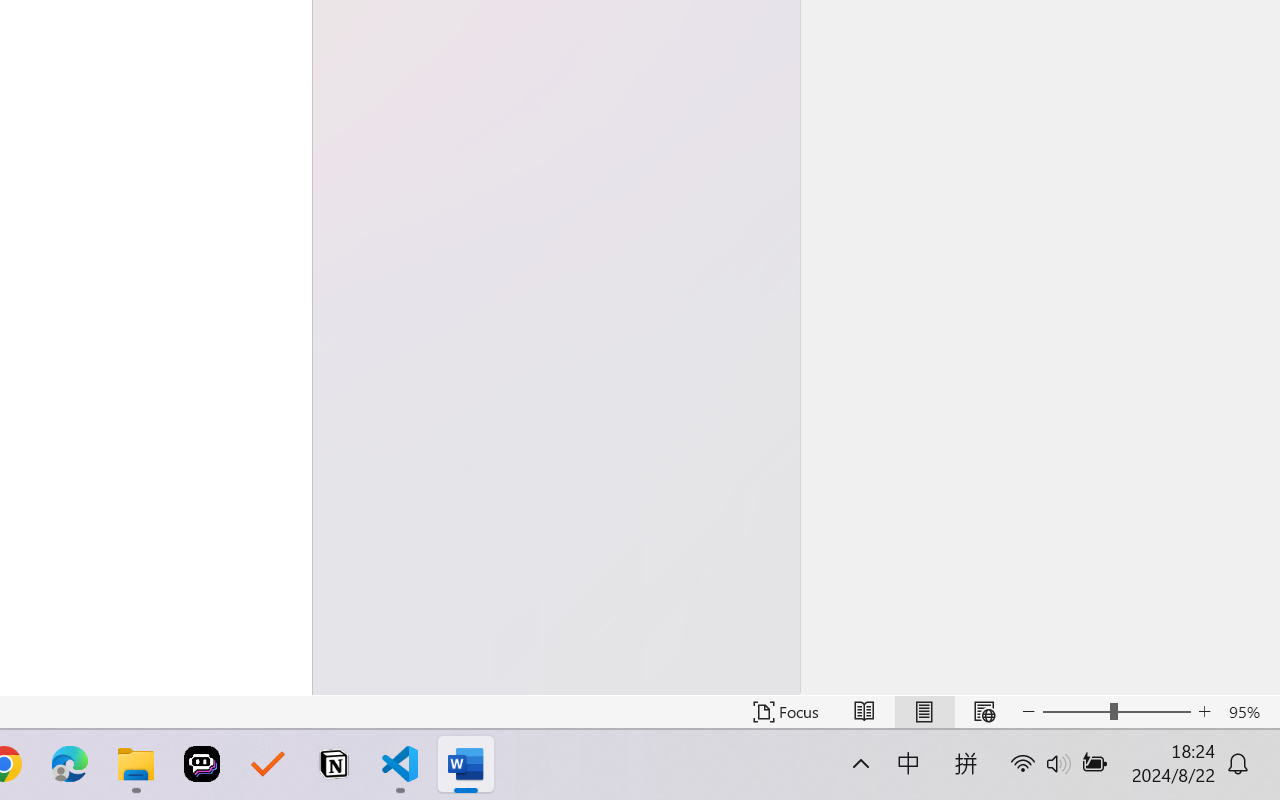  I want to click on 'Zoom 95%', so click(1248, 711).